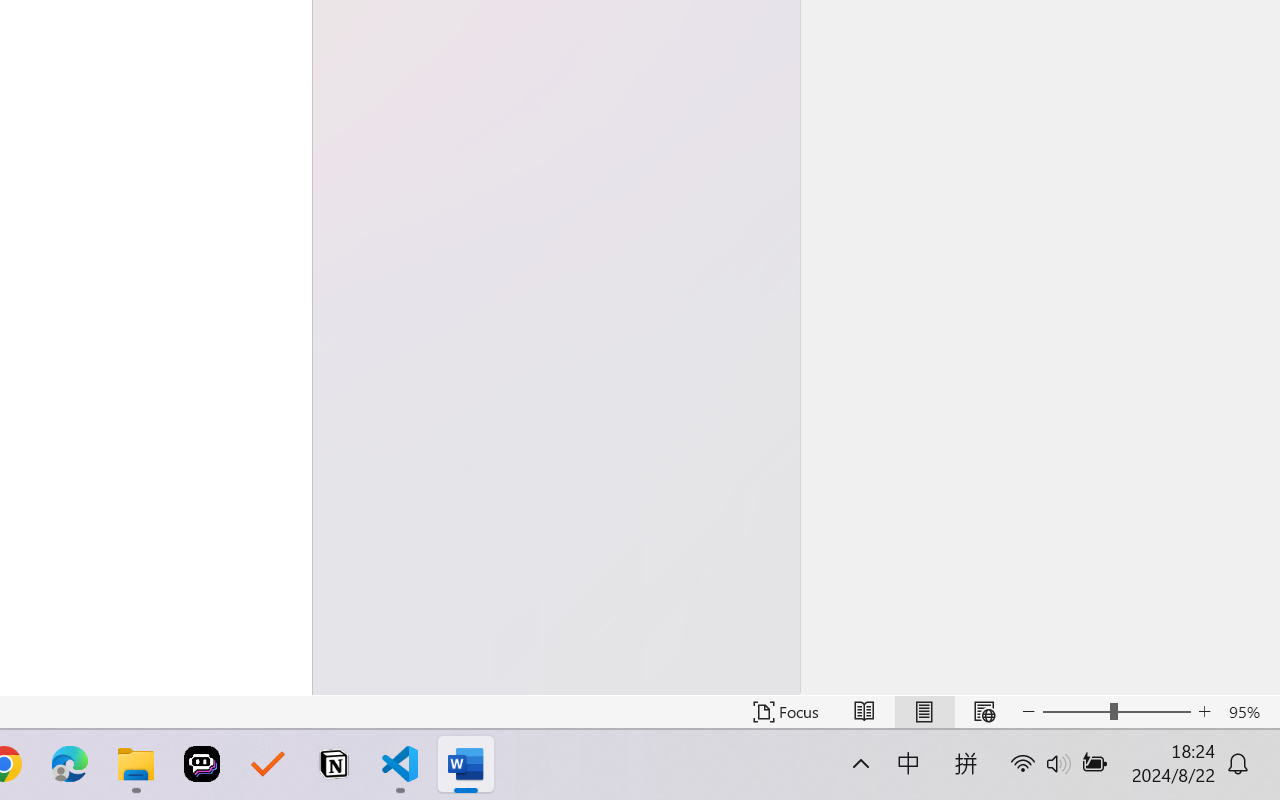  I want to click on 'Zoom 95%', so click(1248, 711).